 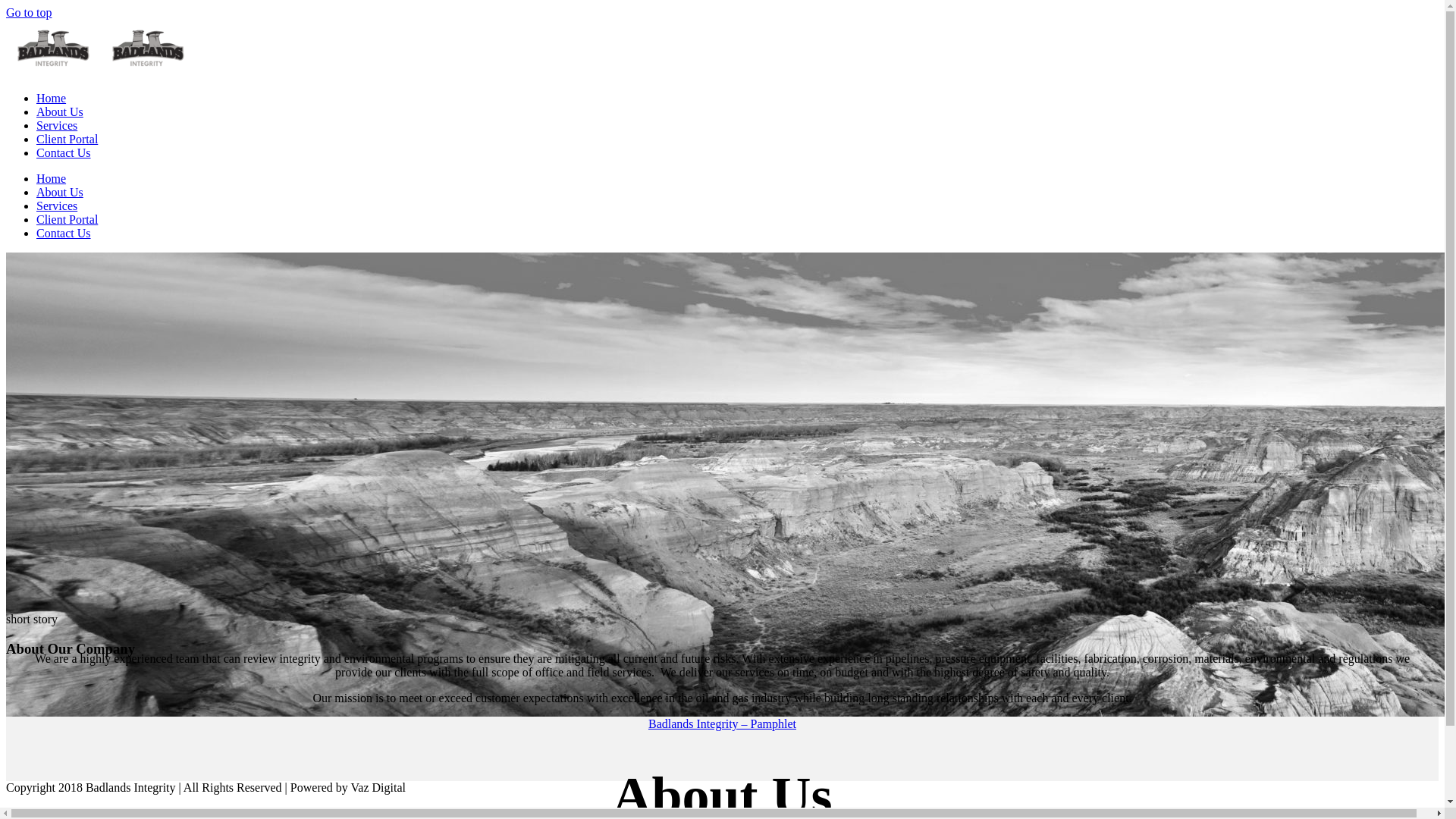 What do you see at coordinates (57, 206) in the screenshot?
I see `'Services'` at bounding box center [57, 206].